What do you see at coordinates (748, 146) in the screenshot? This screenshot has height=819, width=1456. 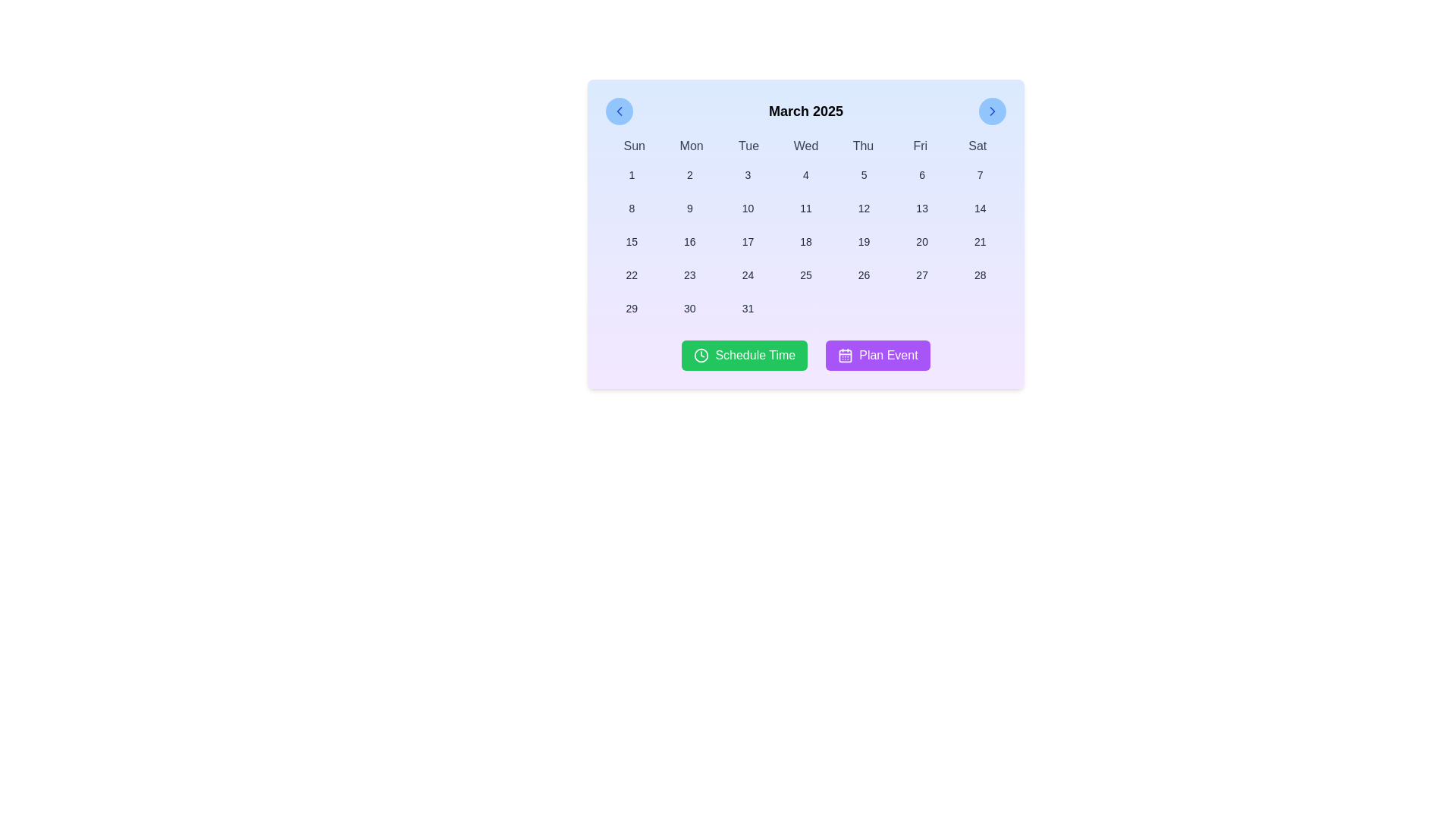 I see `the text label displaying 'Tue', which is part of the weekday abbreviations in the calendar interface` at bounding box center [748, 146].